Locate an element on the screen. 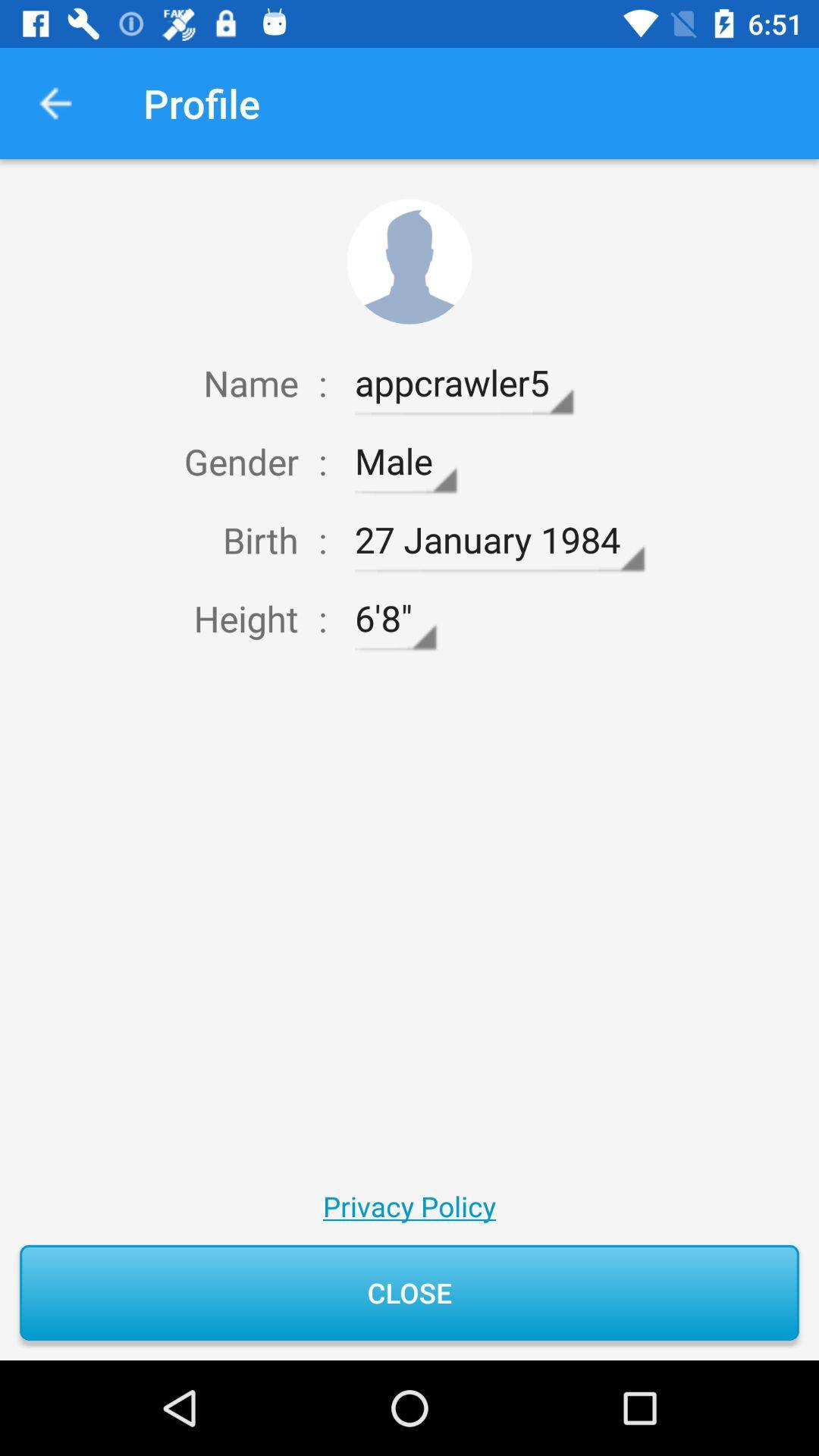  the icon to the right of : icon is located at coordinates (394, 619).